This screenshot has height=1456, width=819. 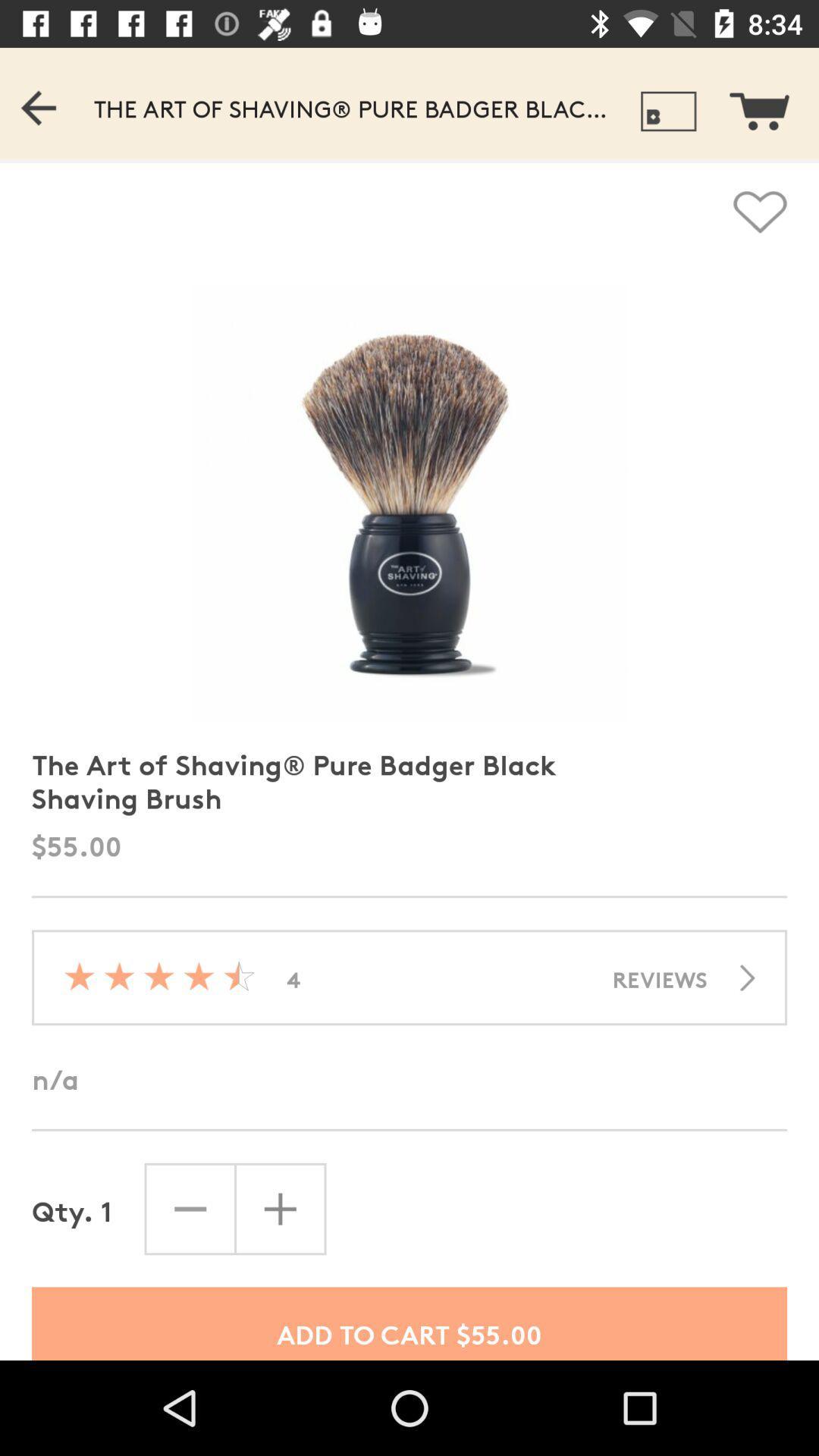 What do you see at coordinates (769, 102) in the screenshot?
I see `to cart` at bounding box center [769, 102].